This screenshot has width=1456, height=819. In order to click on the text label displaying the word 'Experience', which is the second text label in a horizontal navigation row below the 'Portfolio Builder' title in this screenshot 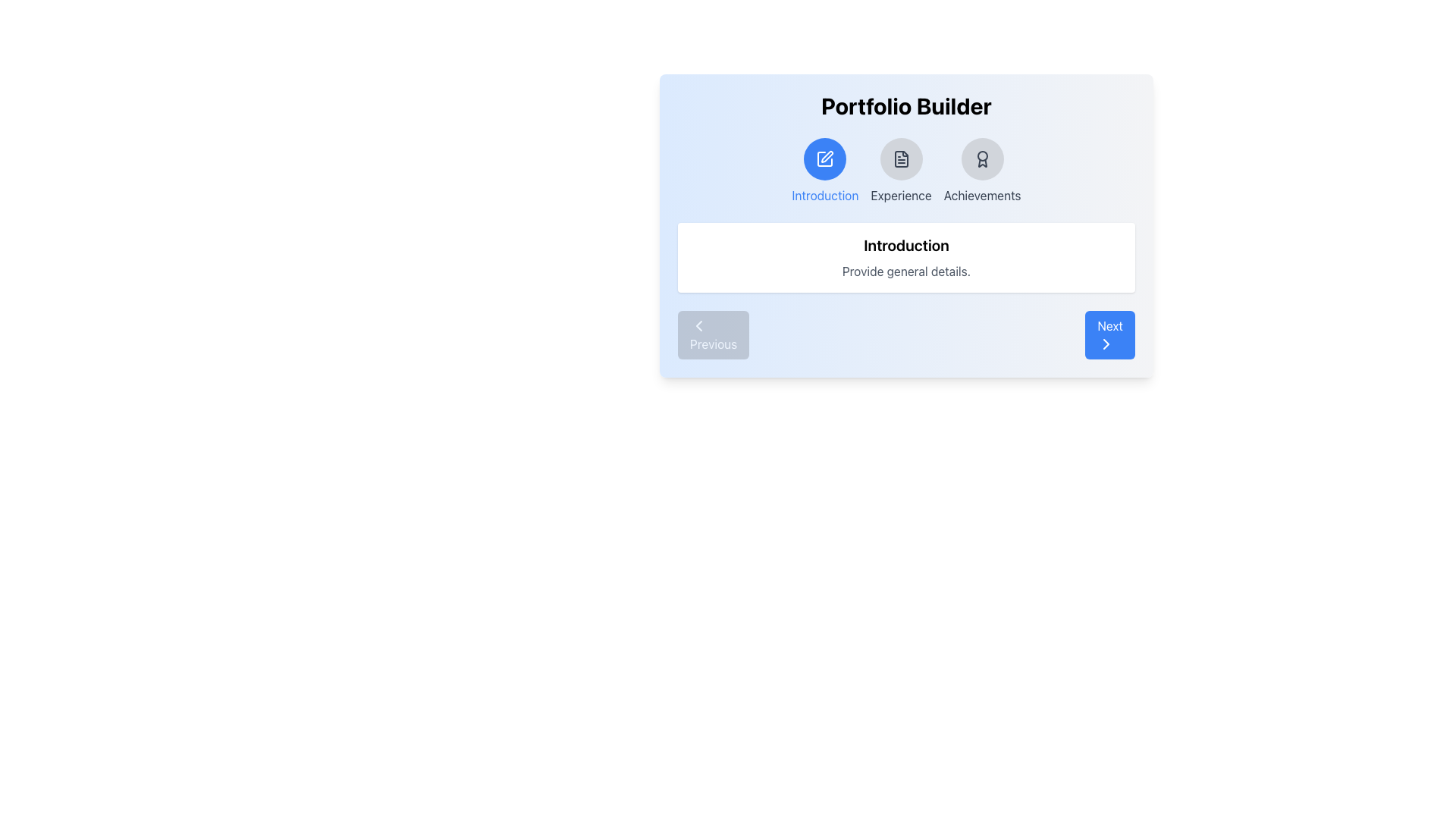, I will do `click(901, 195)`.